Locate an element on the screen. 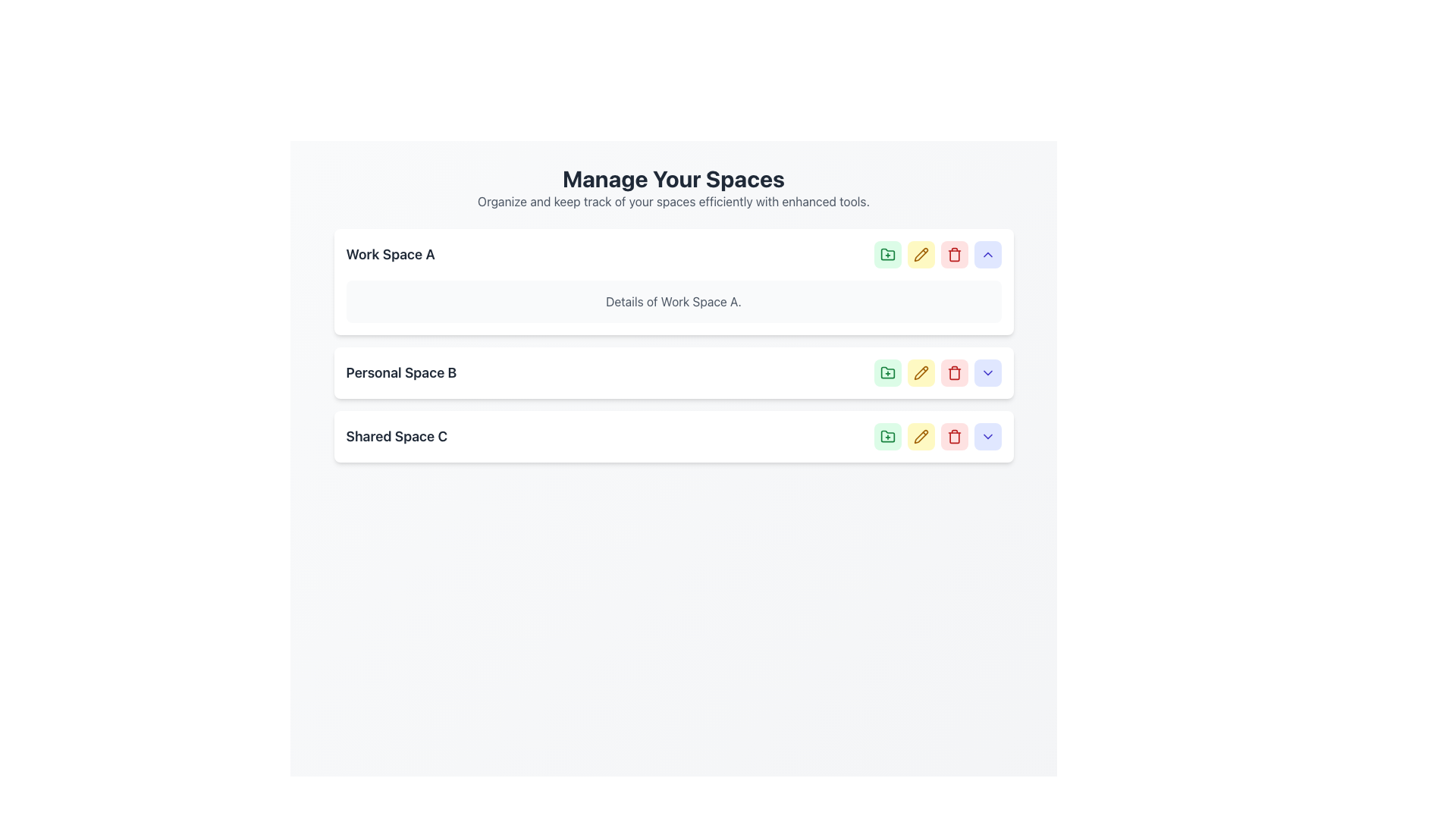  the text label element reading 'Personal Space B', which is styled in a large and bold font with a dark gray color, located between 'Work Space A' and 'Shared Space C' is located at coordinates (401, 373).